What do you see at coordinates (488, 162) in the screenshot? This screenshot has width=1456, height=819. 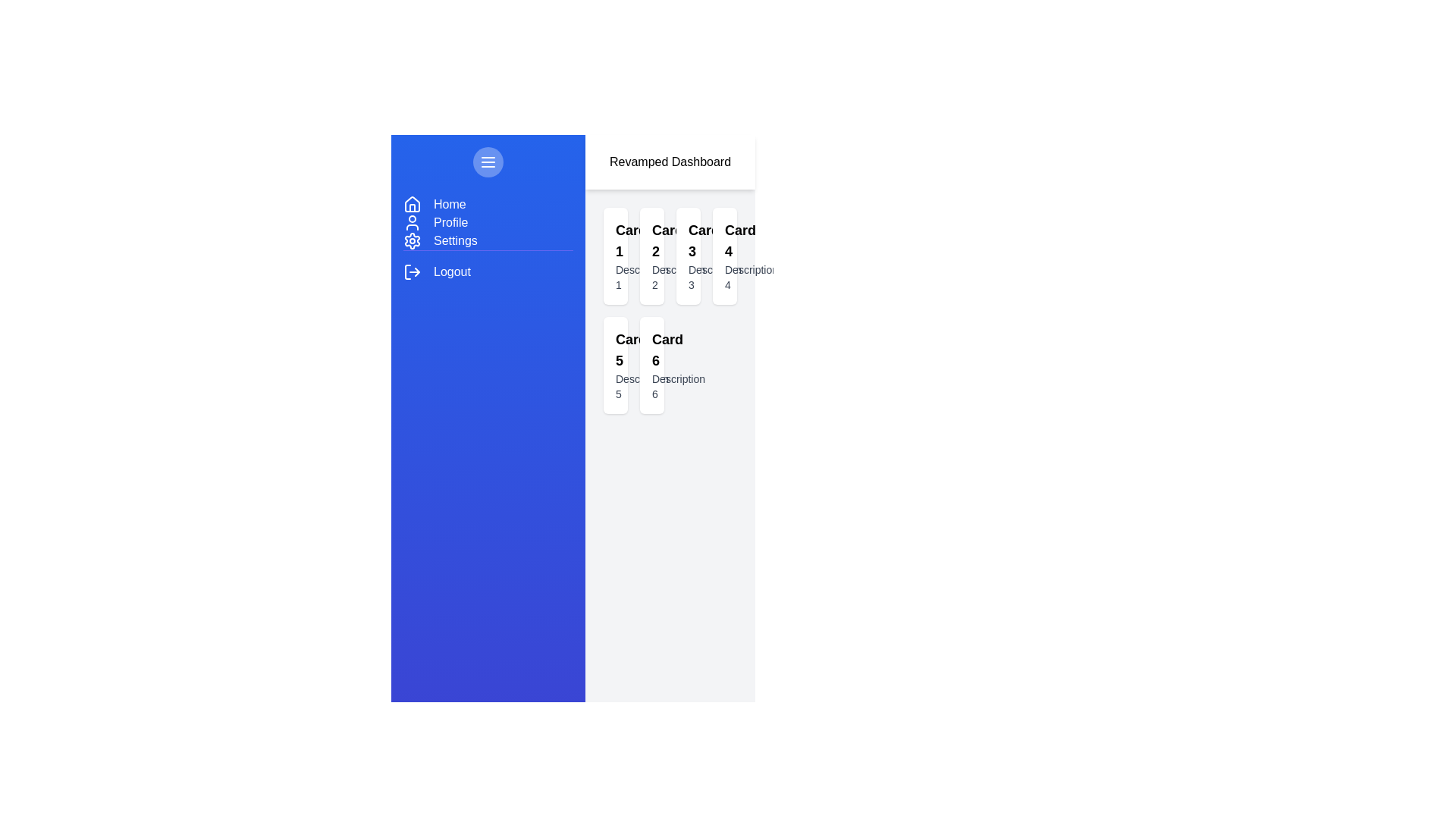 I see `the menu toggle button located in the top center area of the blue navigation bar` at bounding box center [488, 162].